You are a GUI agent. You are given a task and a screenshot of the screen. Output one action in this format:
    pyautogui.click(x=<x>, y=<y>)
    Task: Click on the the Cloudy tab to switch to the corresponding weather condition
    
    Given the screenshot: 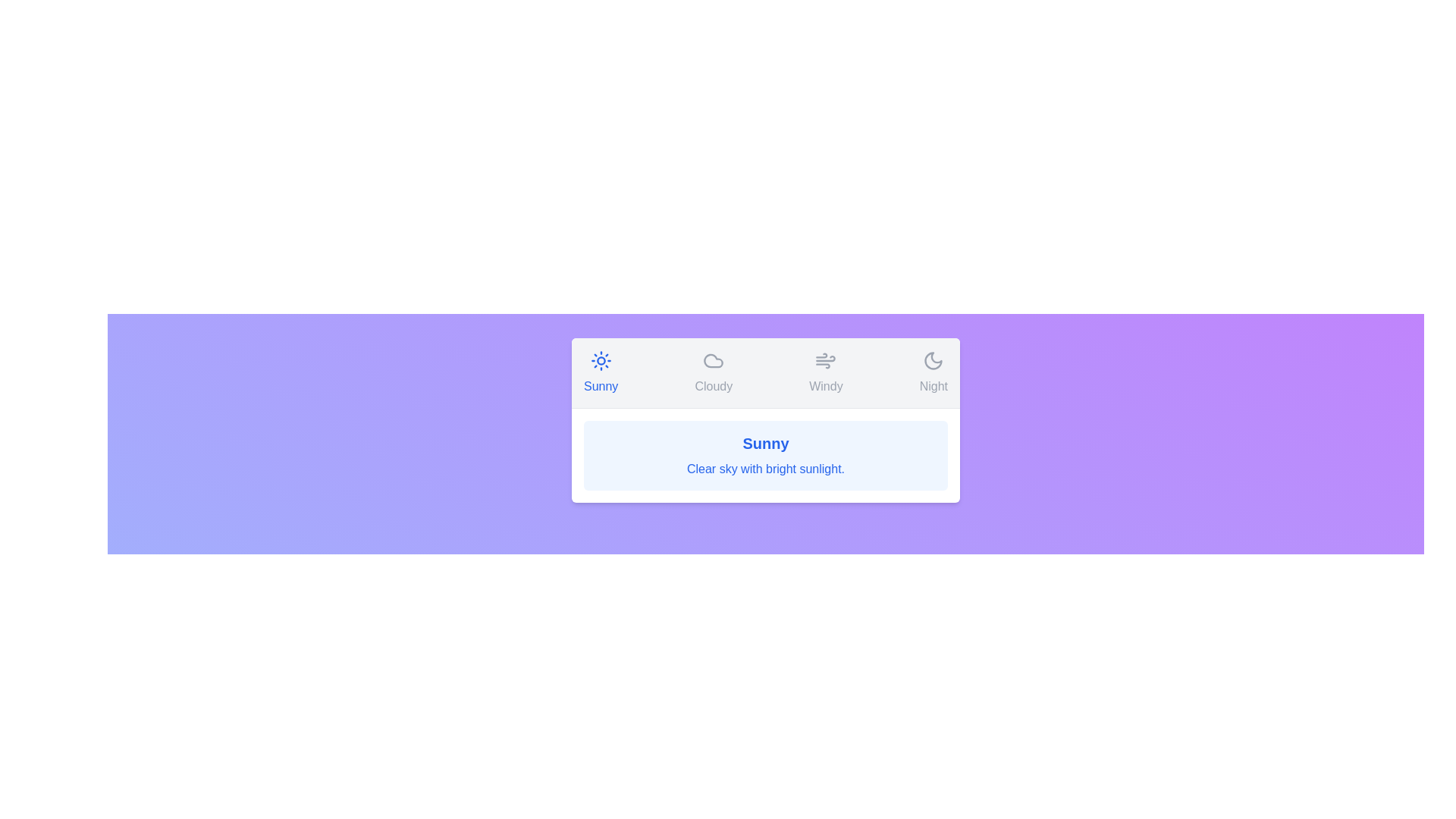 What is the action you would take?
    pyautogui.click(x=713, y=373)
    